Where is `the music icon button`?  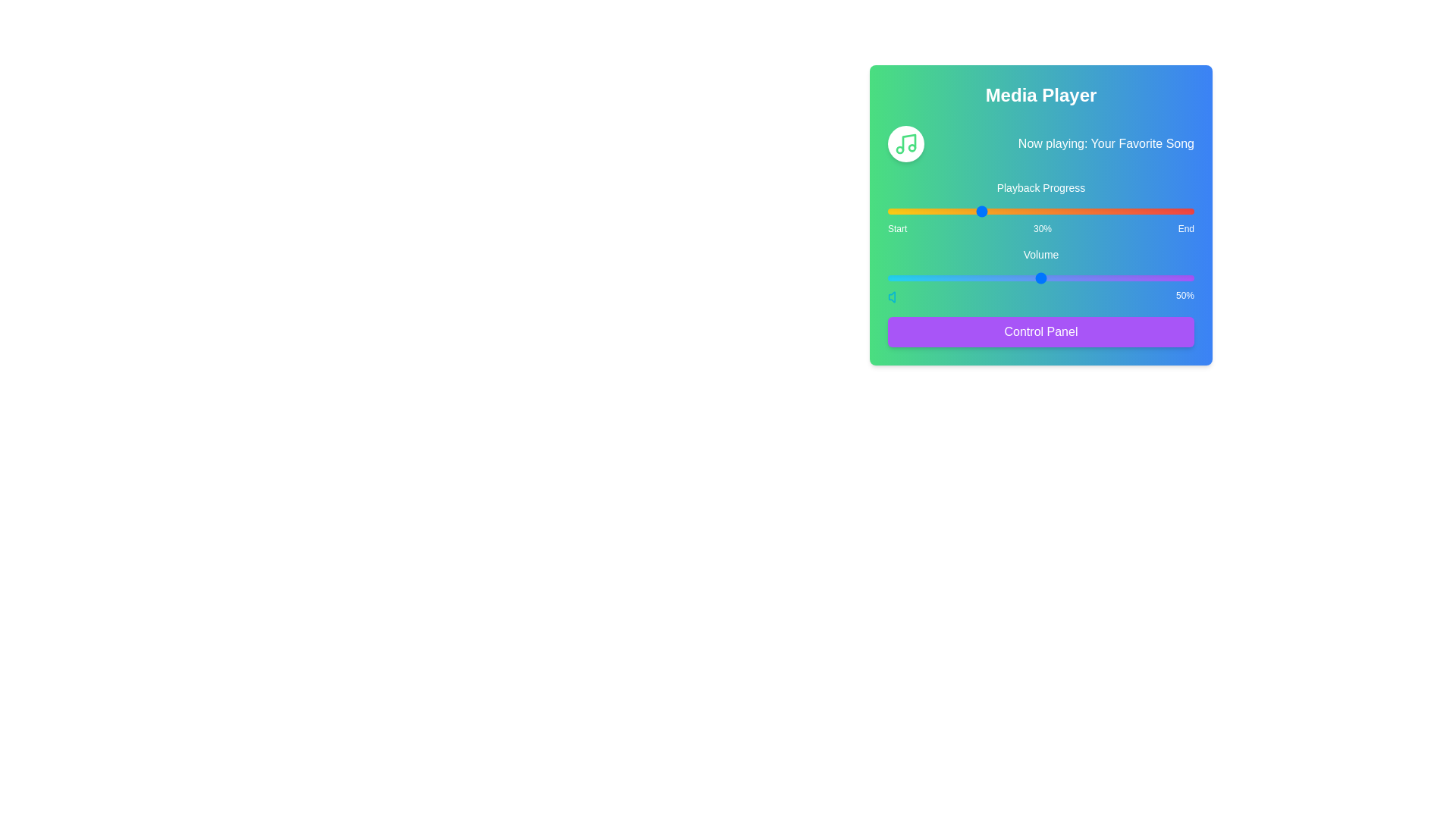
the music icon button is located at coordinates (906, 143).